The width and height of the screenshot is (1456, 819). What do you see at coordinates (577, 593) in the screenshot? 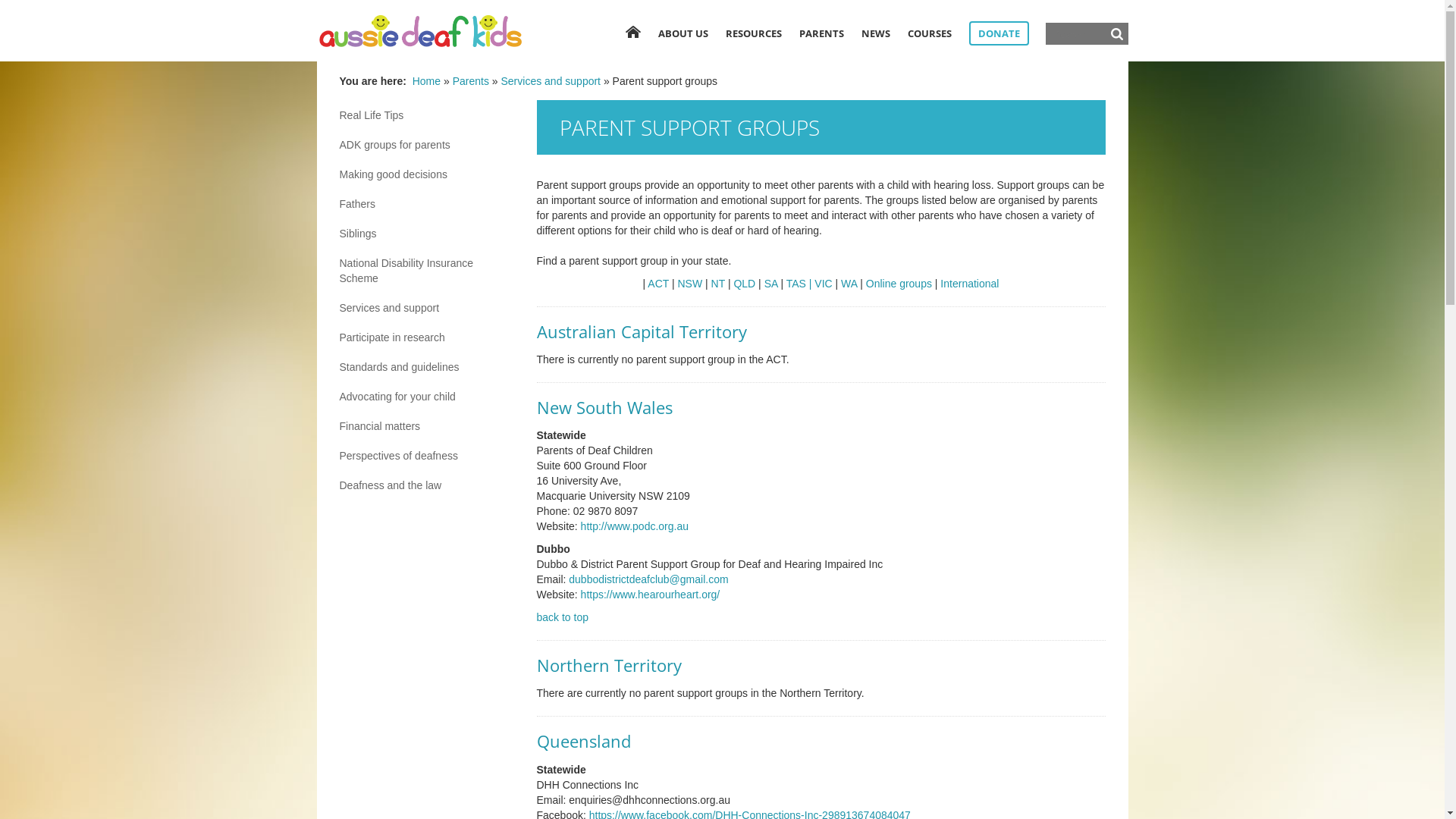
I see `' https://www.hearourheart.org/'` at bounding box center [577, 593].